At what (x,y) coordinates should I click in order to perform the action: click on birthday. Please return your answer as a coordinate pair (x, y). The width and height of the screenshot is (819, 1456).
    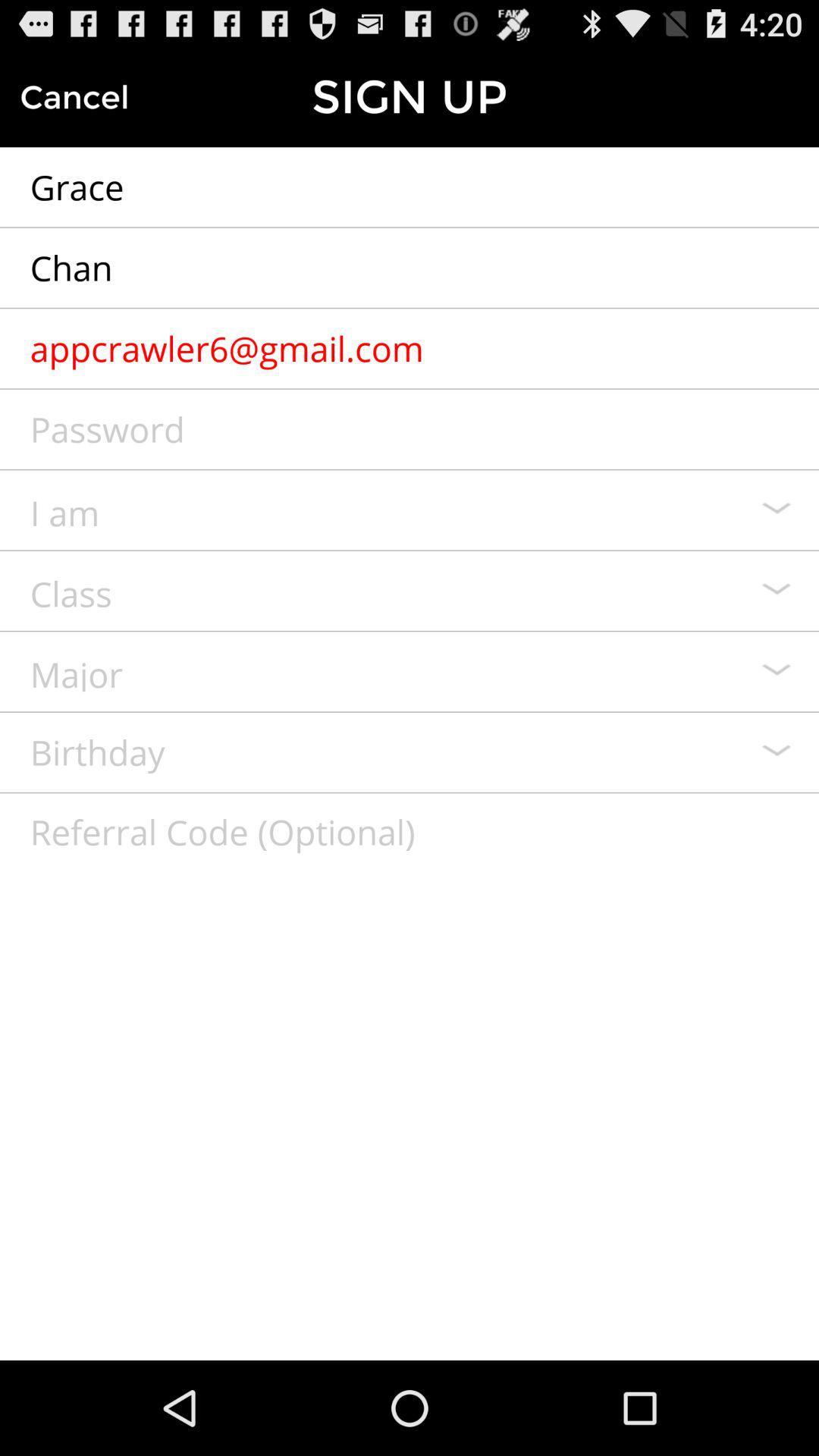
    Looking at the image, I should click on (409, 752).